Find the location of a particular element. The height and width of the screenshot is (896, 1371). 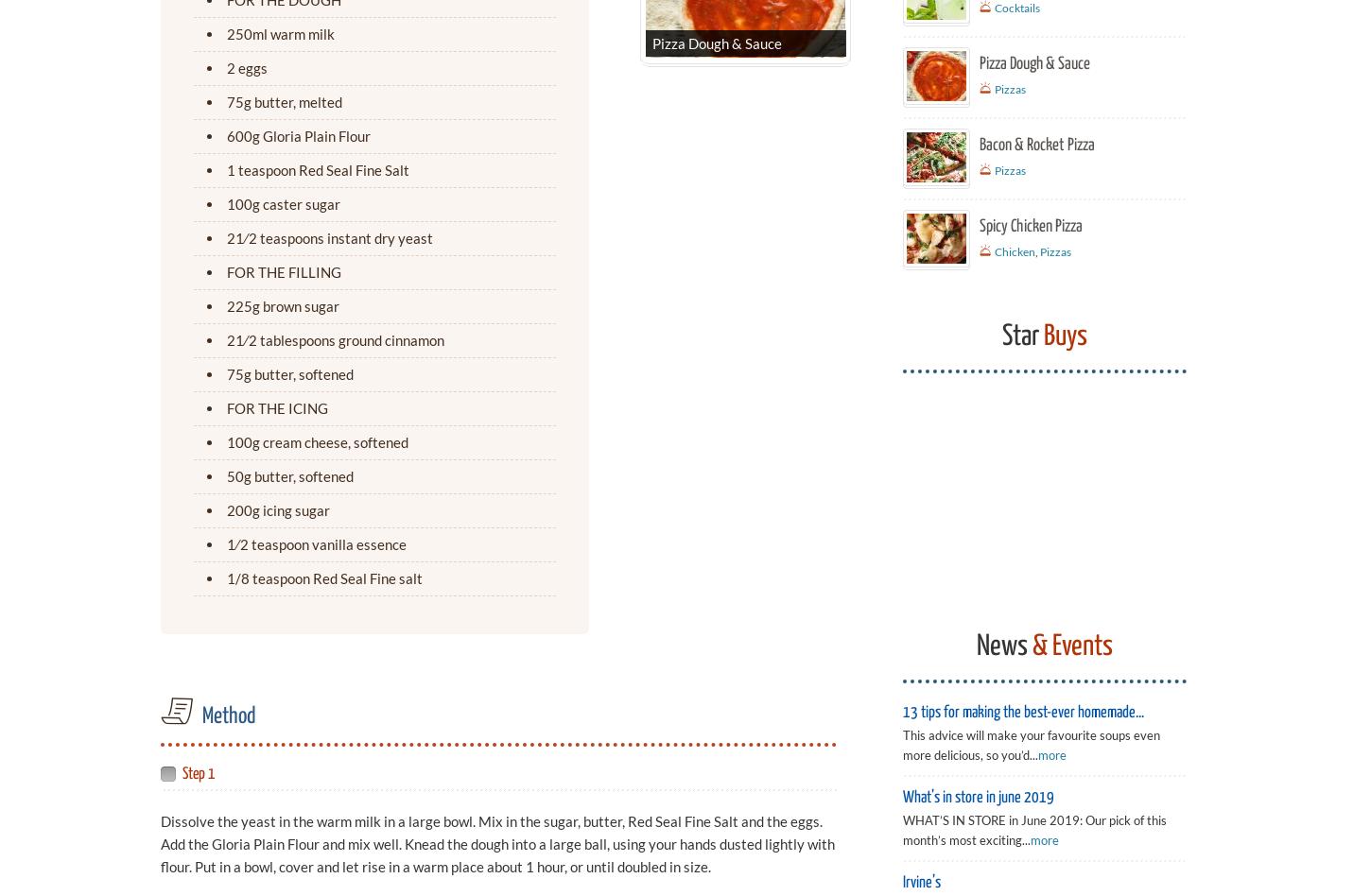

'Chicken' is located at coordinates (1015, 250).